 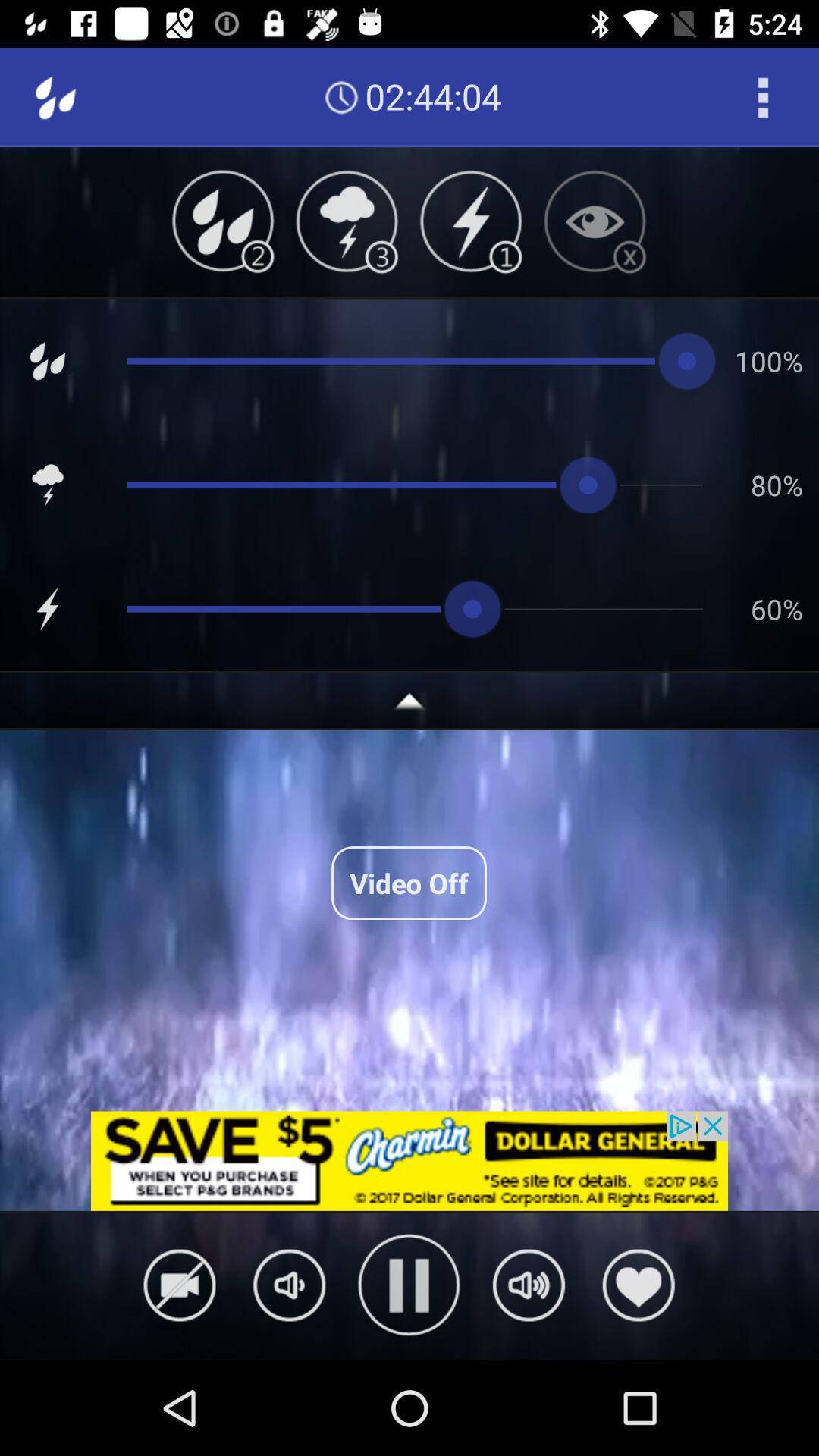 What do you see at coordinates (763, 96) in the screenshot?
I see `the more icon` at bounding box center [763, 96].